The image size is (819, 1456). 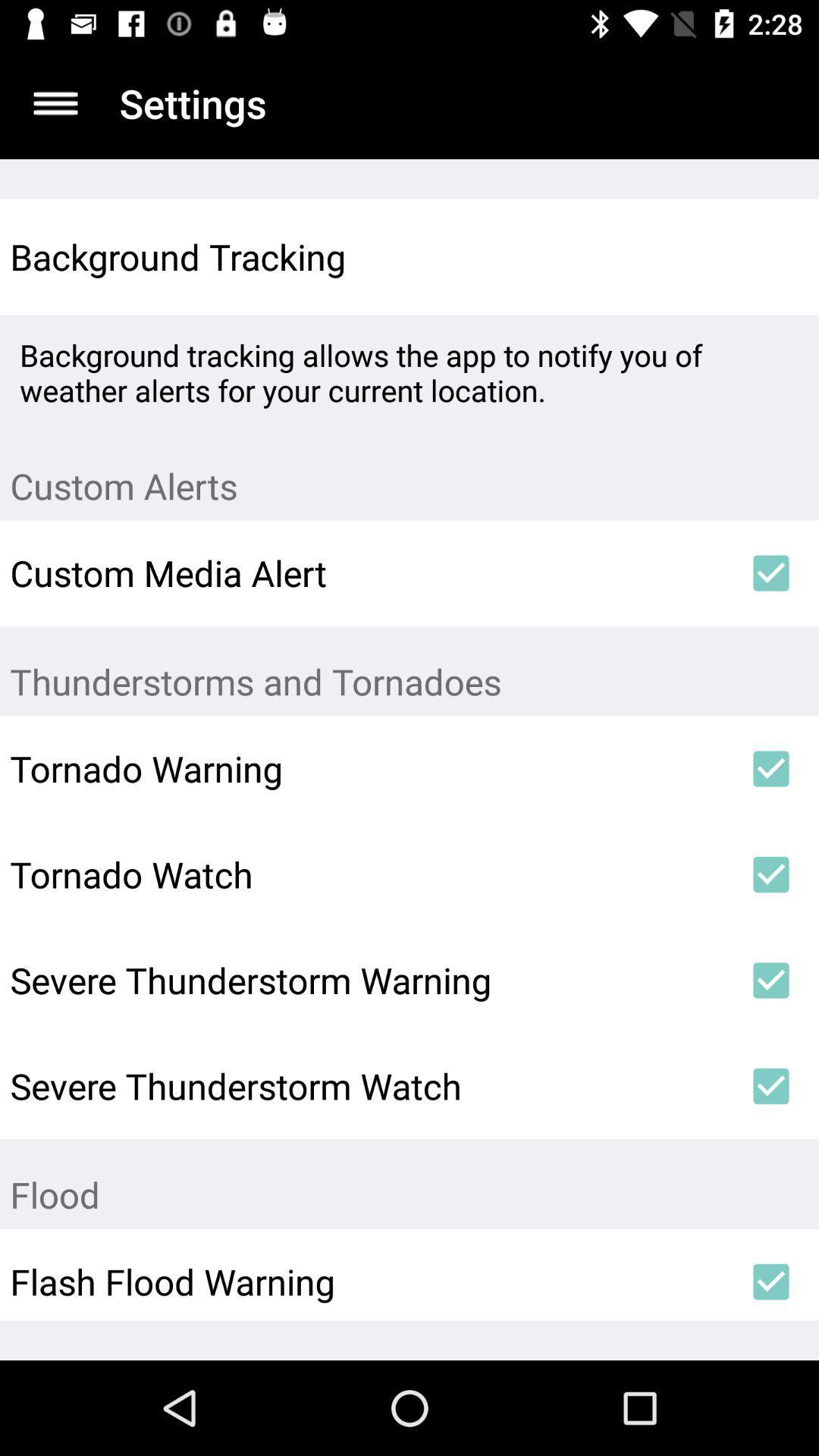 I want to click on show the menu, so click(x=55, y=102).